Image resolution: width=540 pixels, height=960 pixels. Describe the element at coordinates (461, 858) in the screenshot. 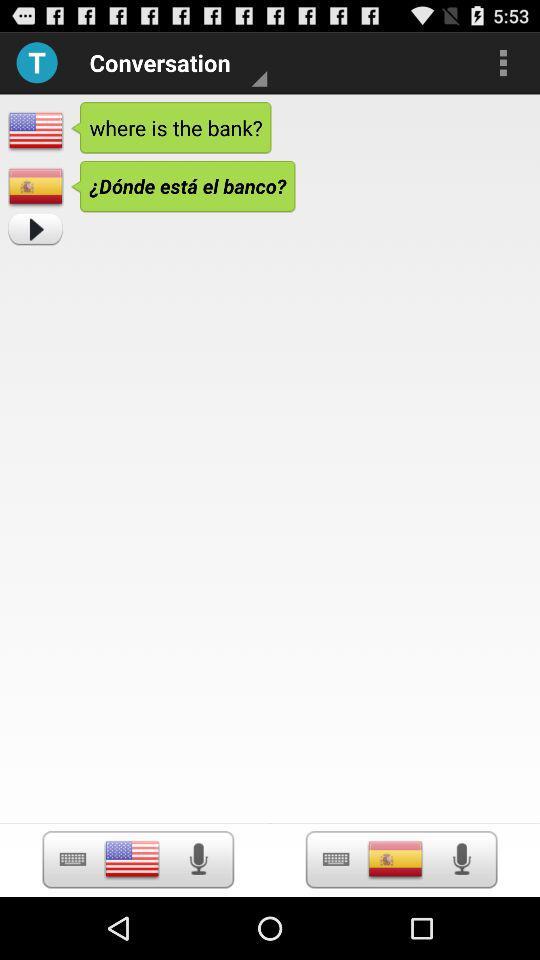

I see `listen to translation` at that location.